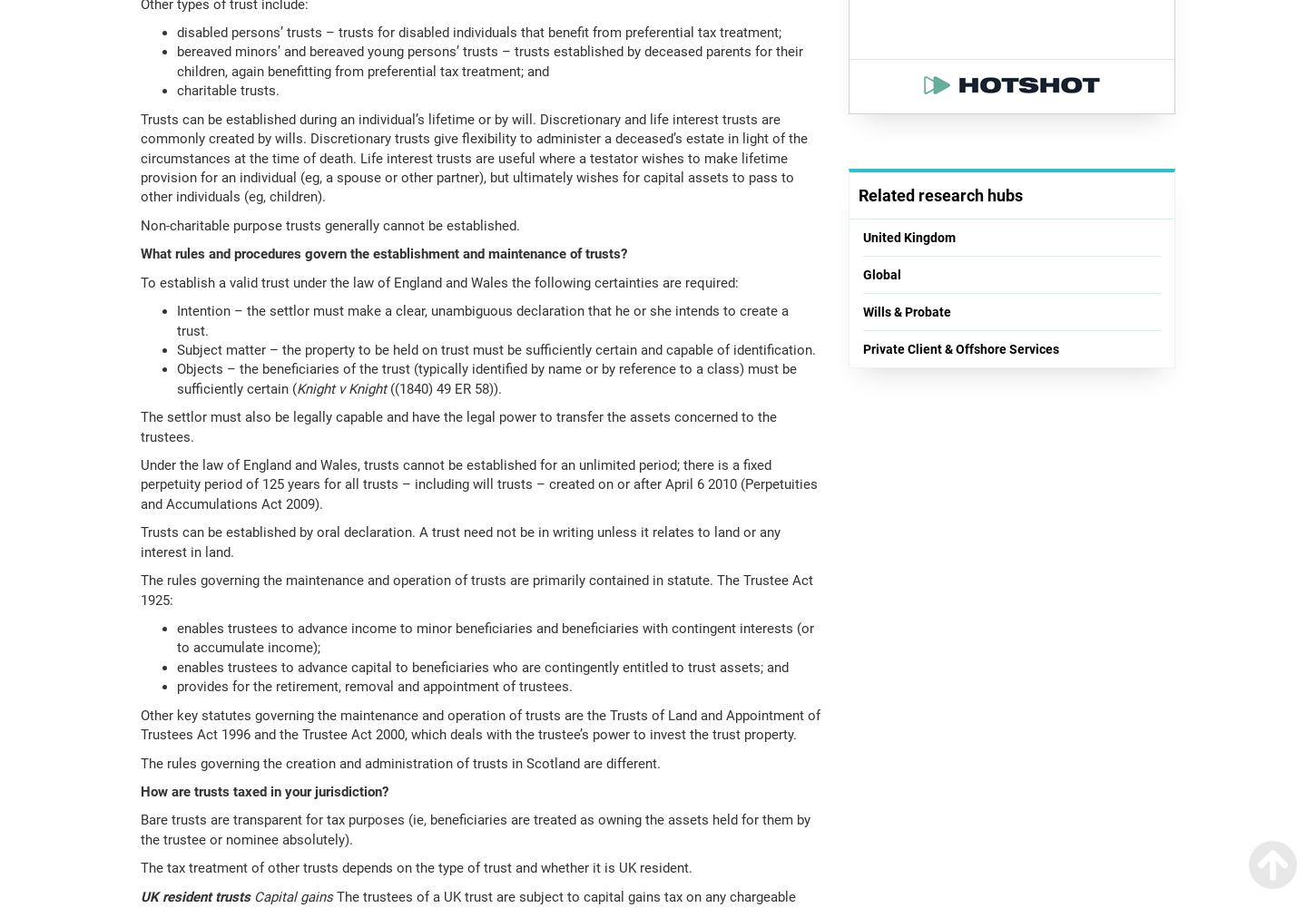 The height and width of the screenshot is (908, 1316). What do you see at coordinates (399, 762) in the screenshot?
I see `'The rules governing the creation and administration of trusts in Scotland are different.'` at bounding box center [399, 762].